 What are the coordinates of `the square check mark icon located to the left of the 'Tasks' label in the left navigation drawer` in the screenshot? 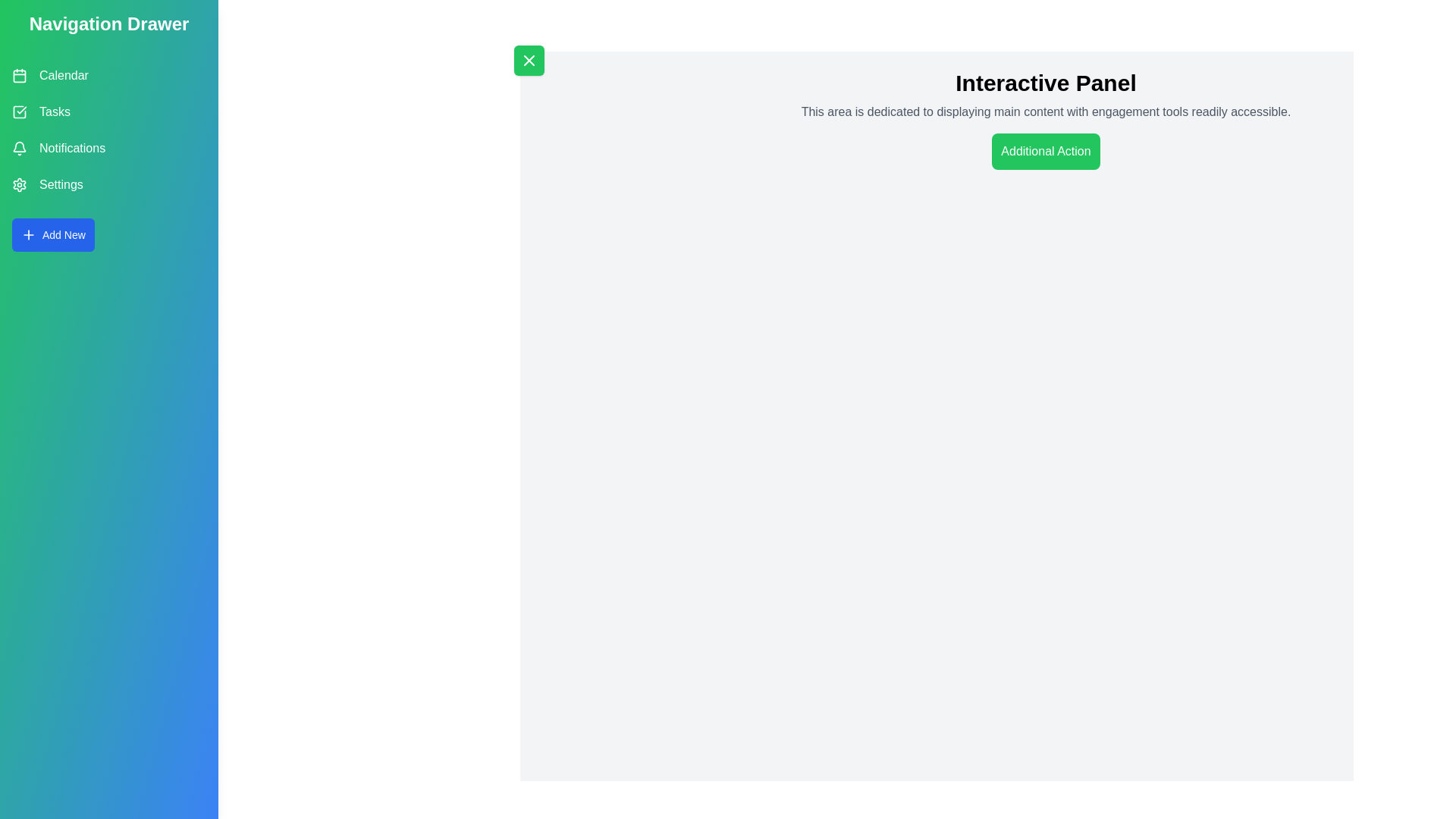 It's located at (19, 111).